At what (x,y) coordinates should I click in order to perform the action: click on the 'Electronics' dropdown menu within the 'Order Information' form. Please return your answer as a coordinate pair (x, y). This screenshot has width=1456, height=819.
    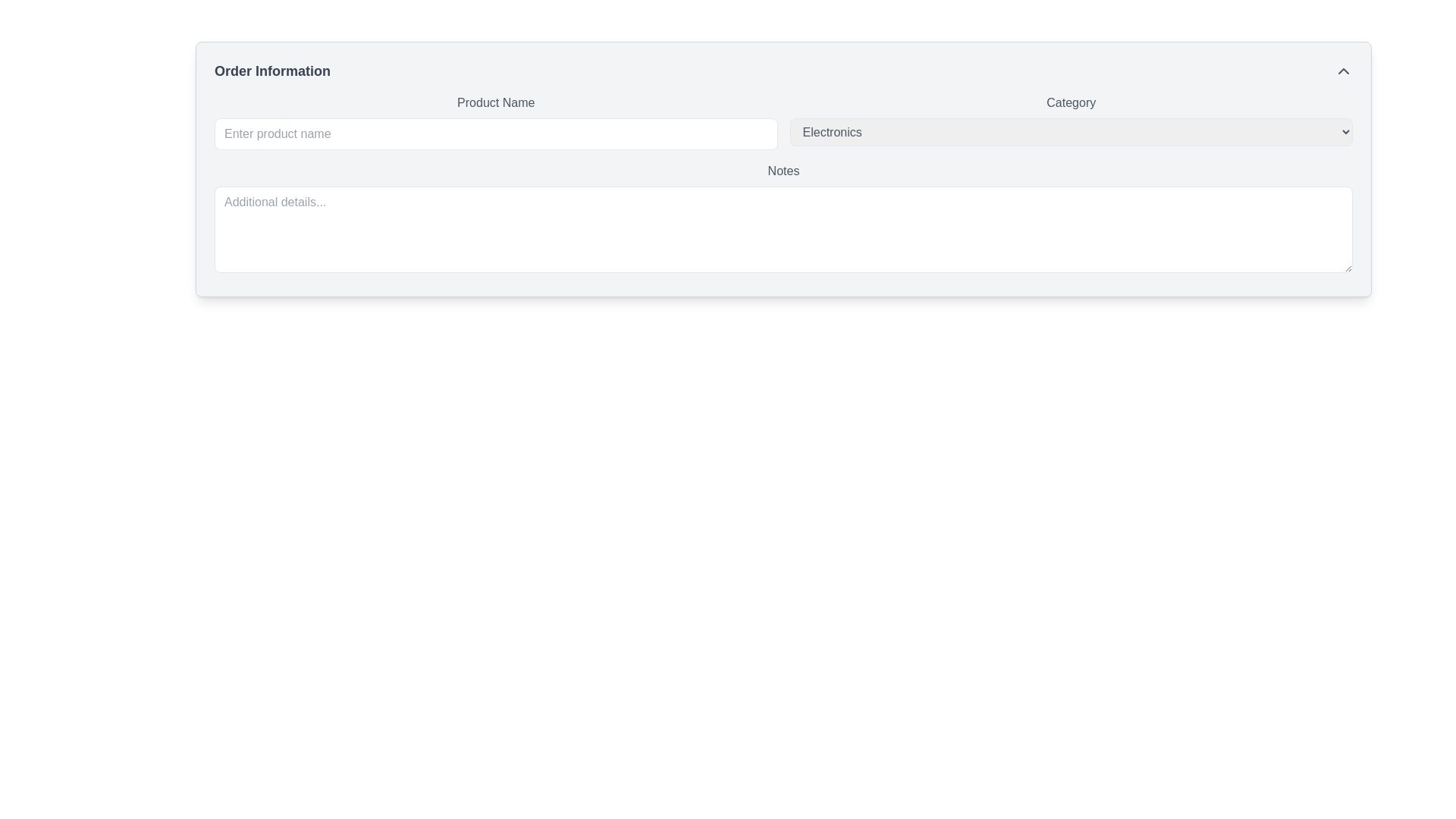
    Looking at the image, I should click on (1070, 131).